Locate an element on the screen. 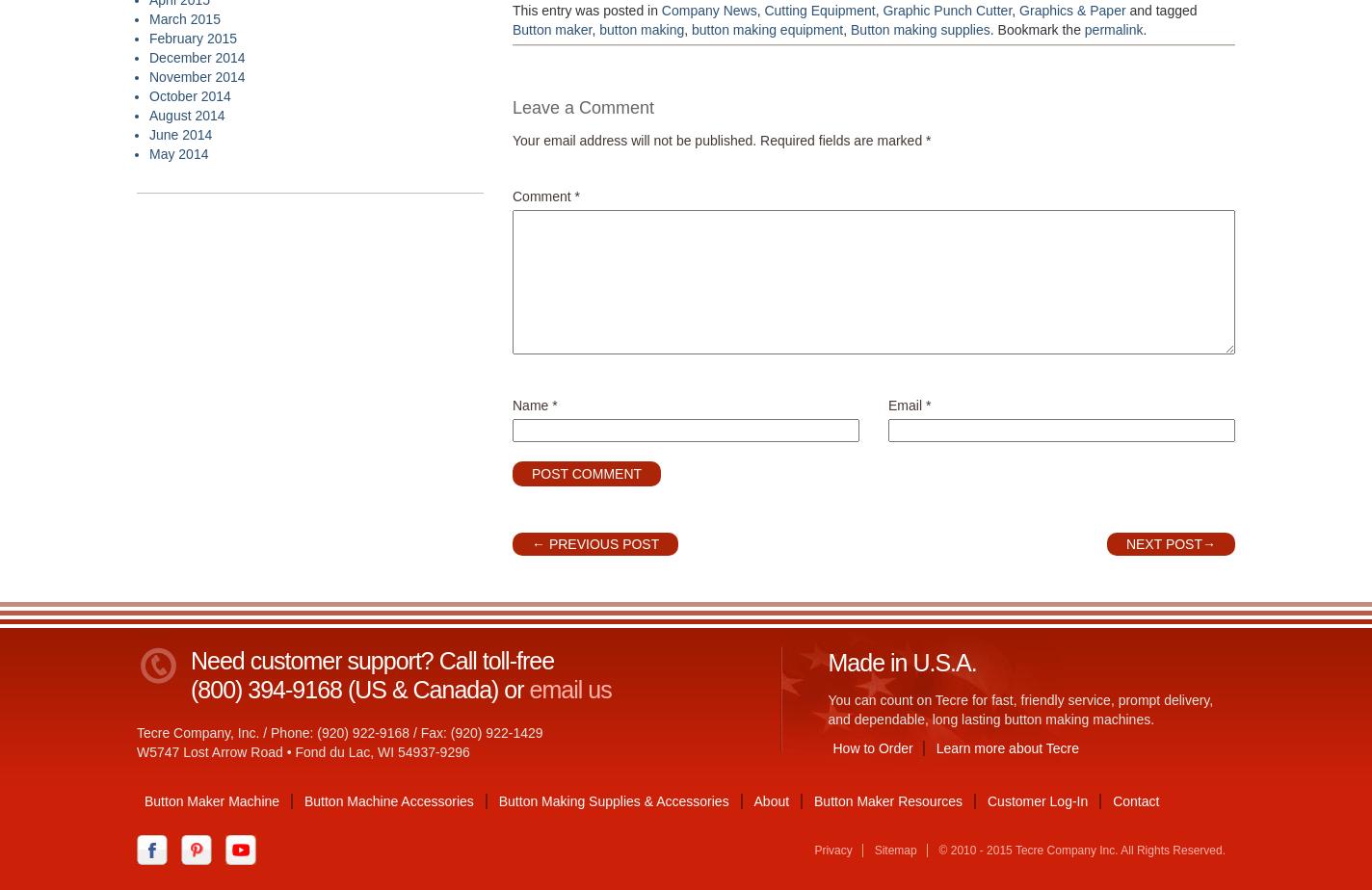 This screenshot has height=890, width=1372. 'Made in U.S.A.' is located at coordinates (900, 663).